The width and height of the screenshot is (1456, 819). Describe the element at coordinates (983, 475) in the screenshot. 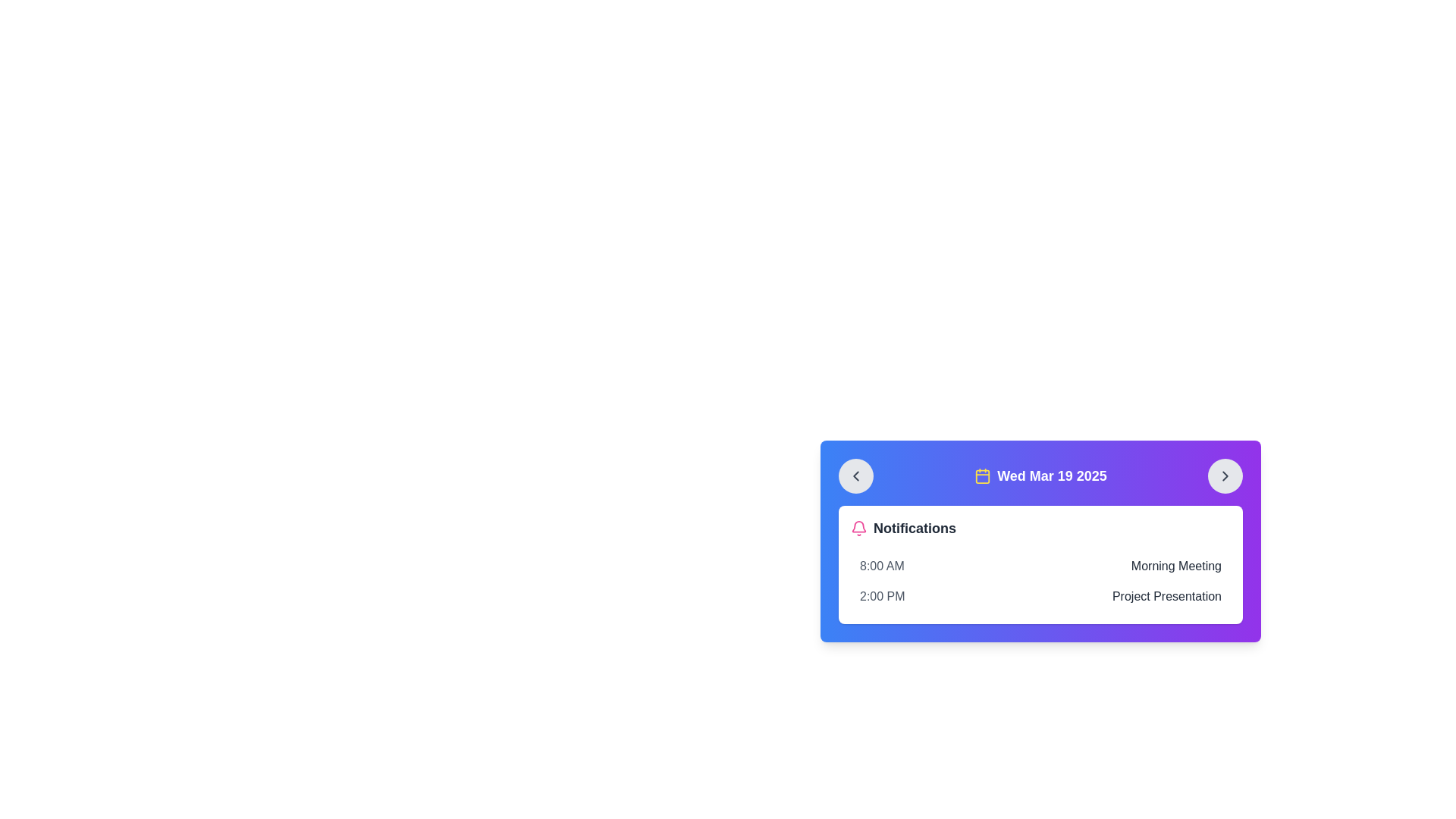

I see `the graphical icon component representing a calendar, styled with a yellowish tint, located in the top purple bar near the text 'Wed Mar 19 2025'` at that location.